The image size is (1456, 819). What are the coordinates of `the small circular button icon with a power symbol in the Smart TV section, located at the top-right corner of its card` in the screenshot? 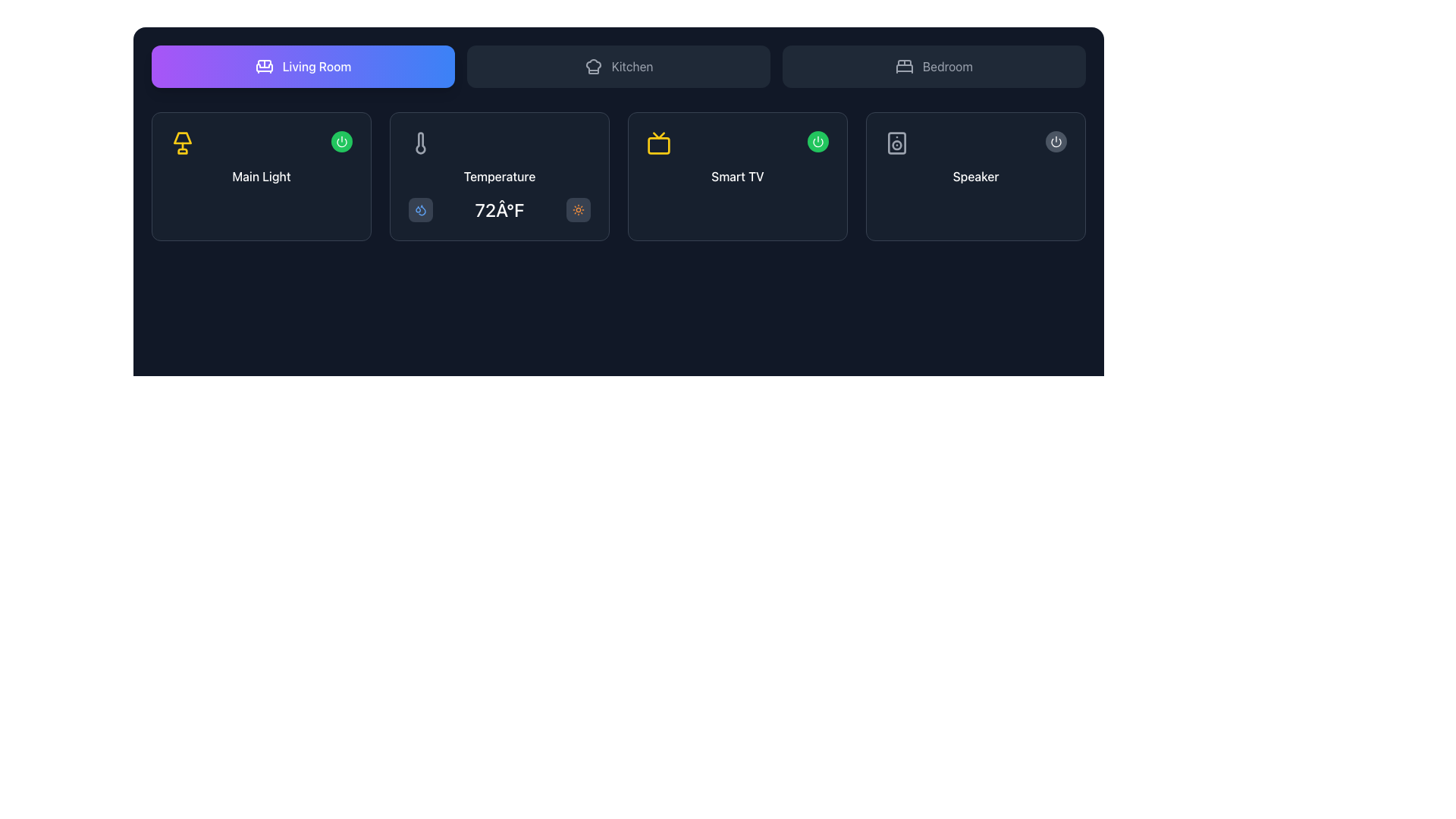 It's located at (817, 141).